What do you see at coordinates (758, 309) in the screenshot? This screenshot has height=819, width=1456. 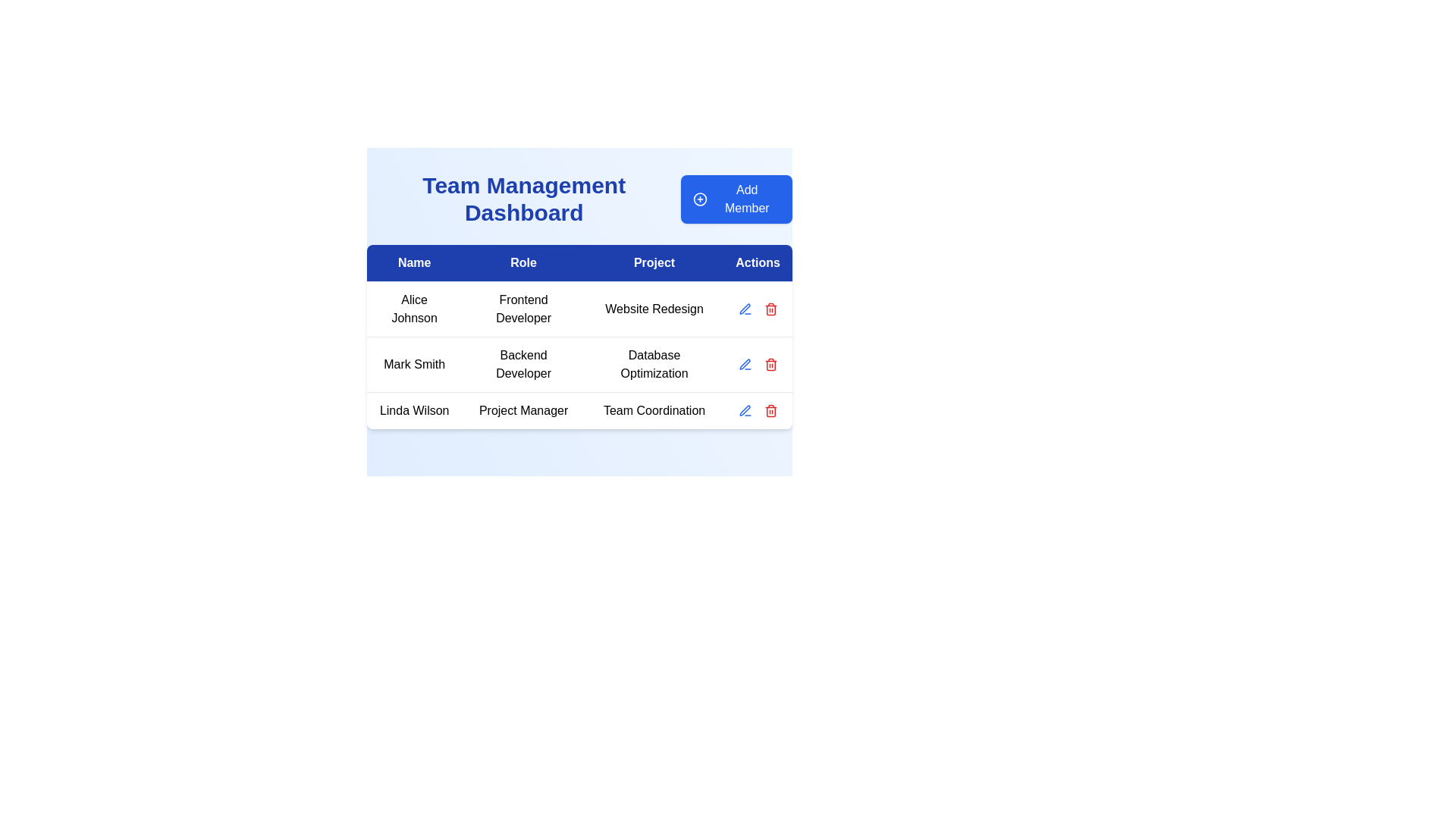 I see `the red trash can icon in the control panel for 'Alice Johnson'` at bounding box center [758, 309].